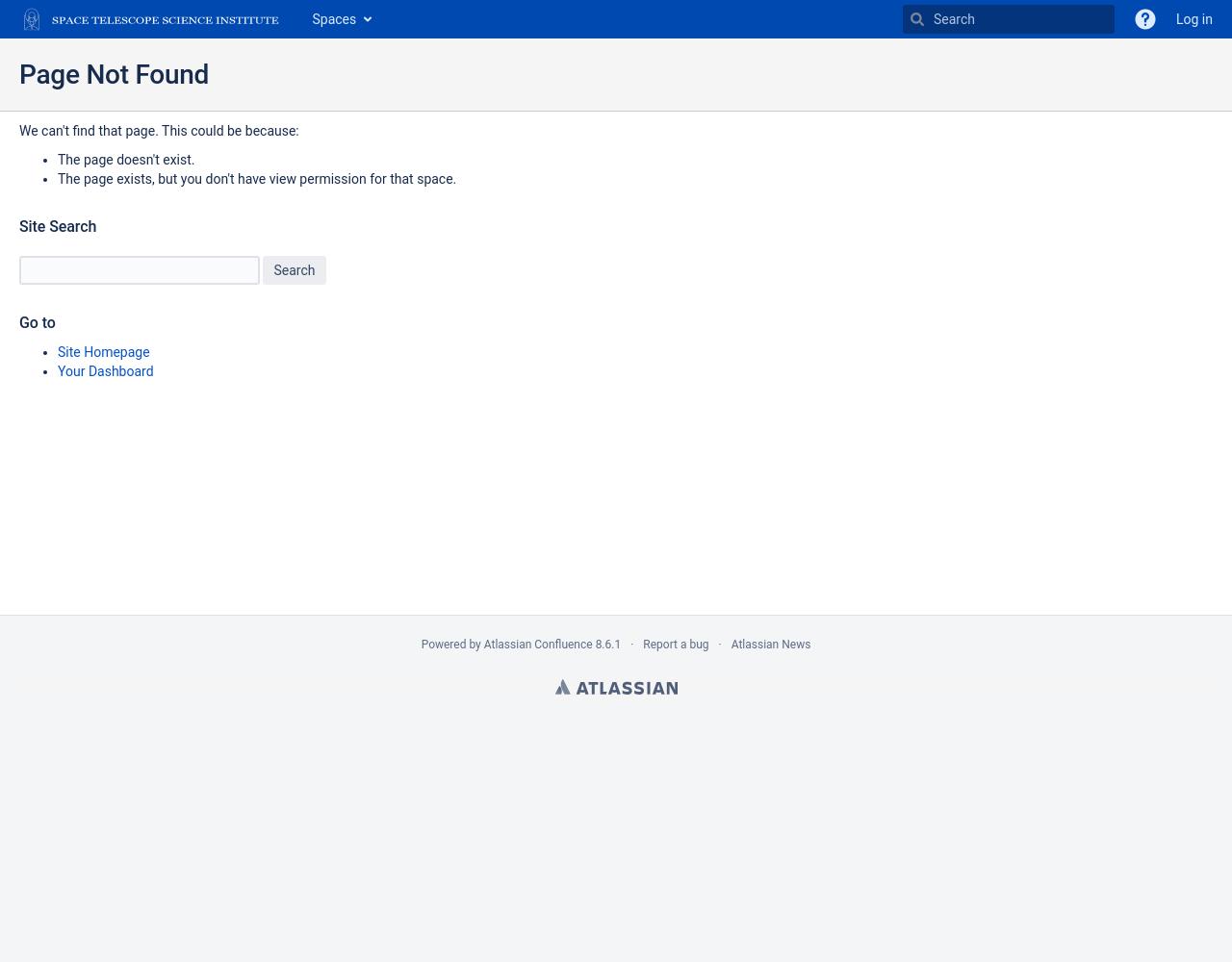  I want to click on 'Powered by', so click(450, 645).